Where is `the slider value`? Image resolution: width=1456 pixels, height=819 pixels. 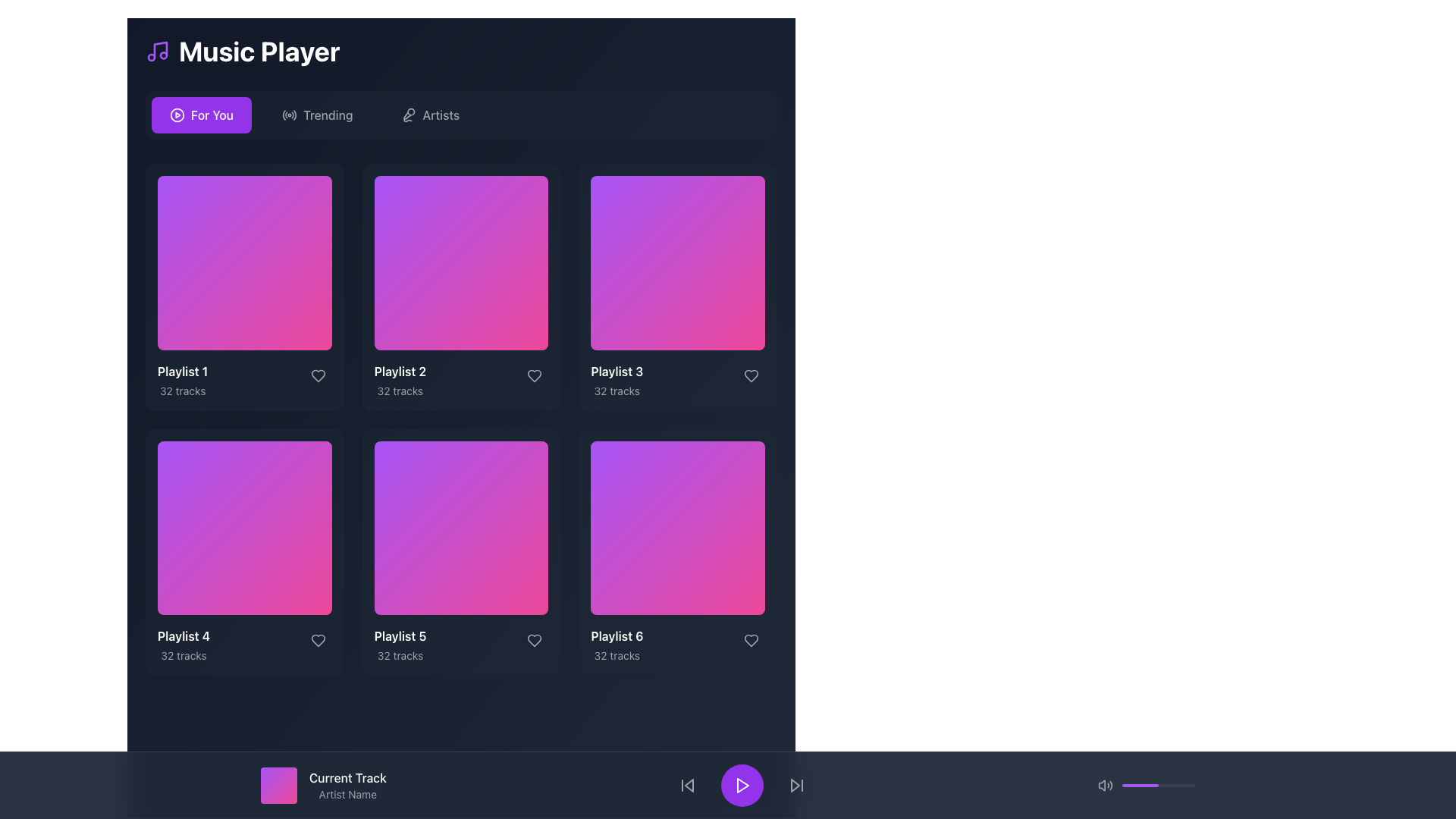 the slider value is located at coordinates (1144, 785).